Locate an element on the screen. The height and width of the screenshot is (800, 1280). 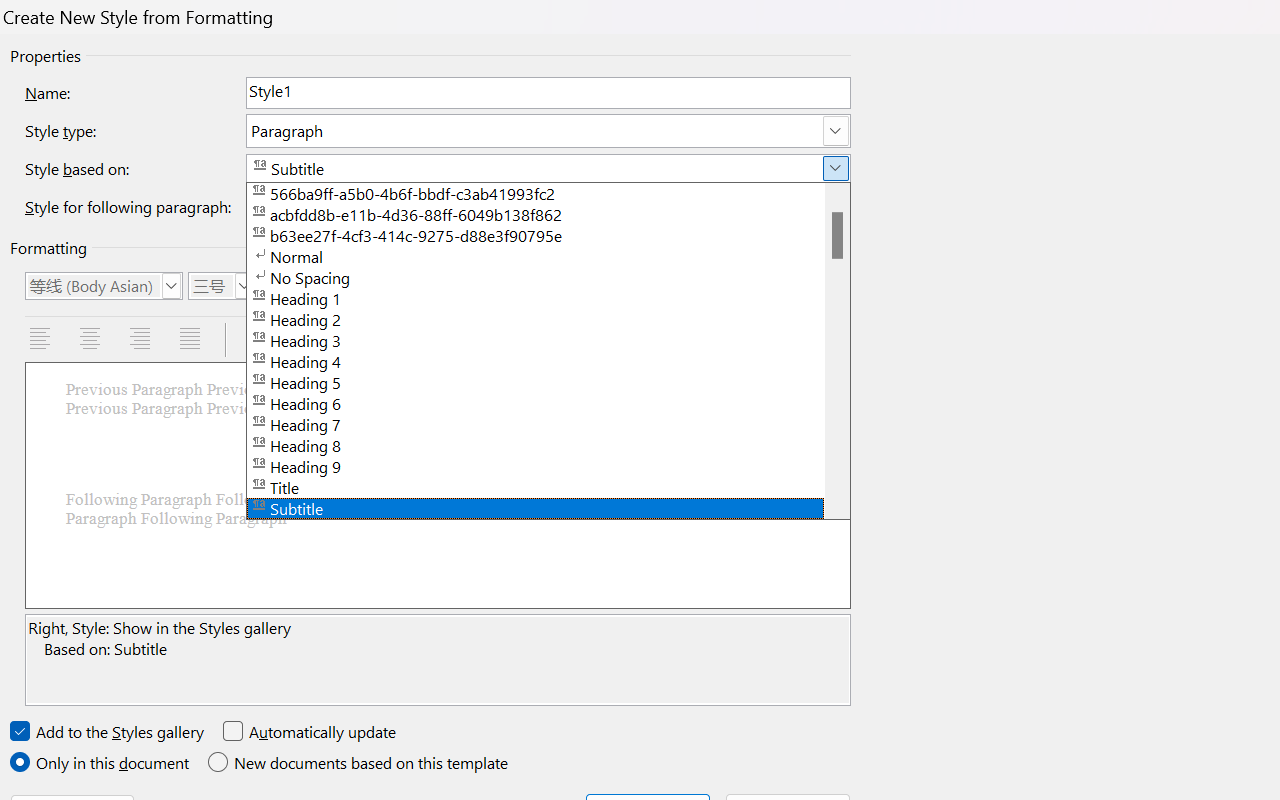
'Heading 2' is located at coordinates (548, 317).